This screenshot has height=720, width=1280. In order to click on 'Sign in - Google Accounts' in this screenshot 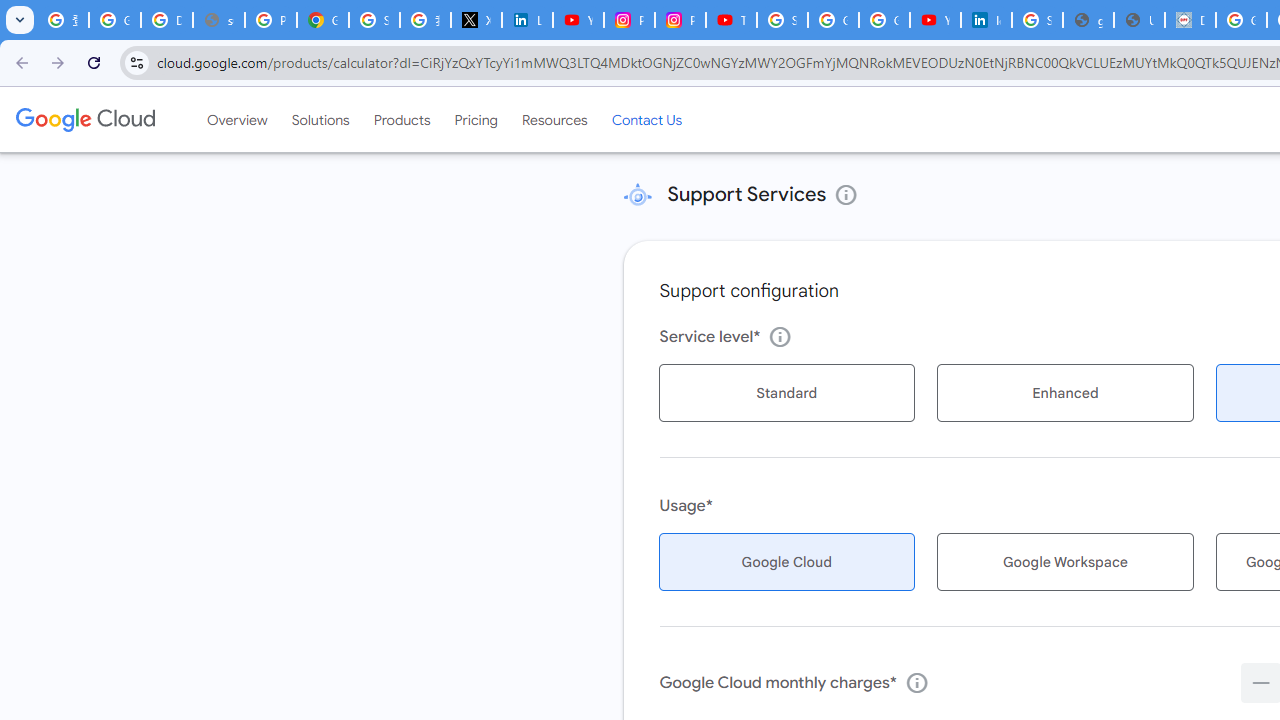, I will do `click(375, 20)`.